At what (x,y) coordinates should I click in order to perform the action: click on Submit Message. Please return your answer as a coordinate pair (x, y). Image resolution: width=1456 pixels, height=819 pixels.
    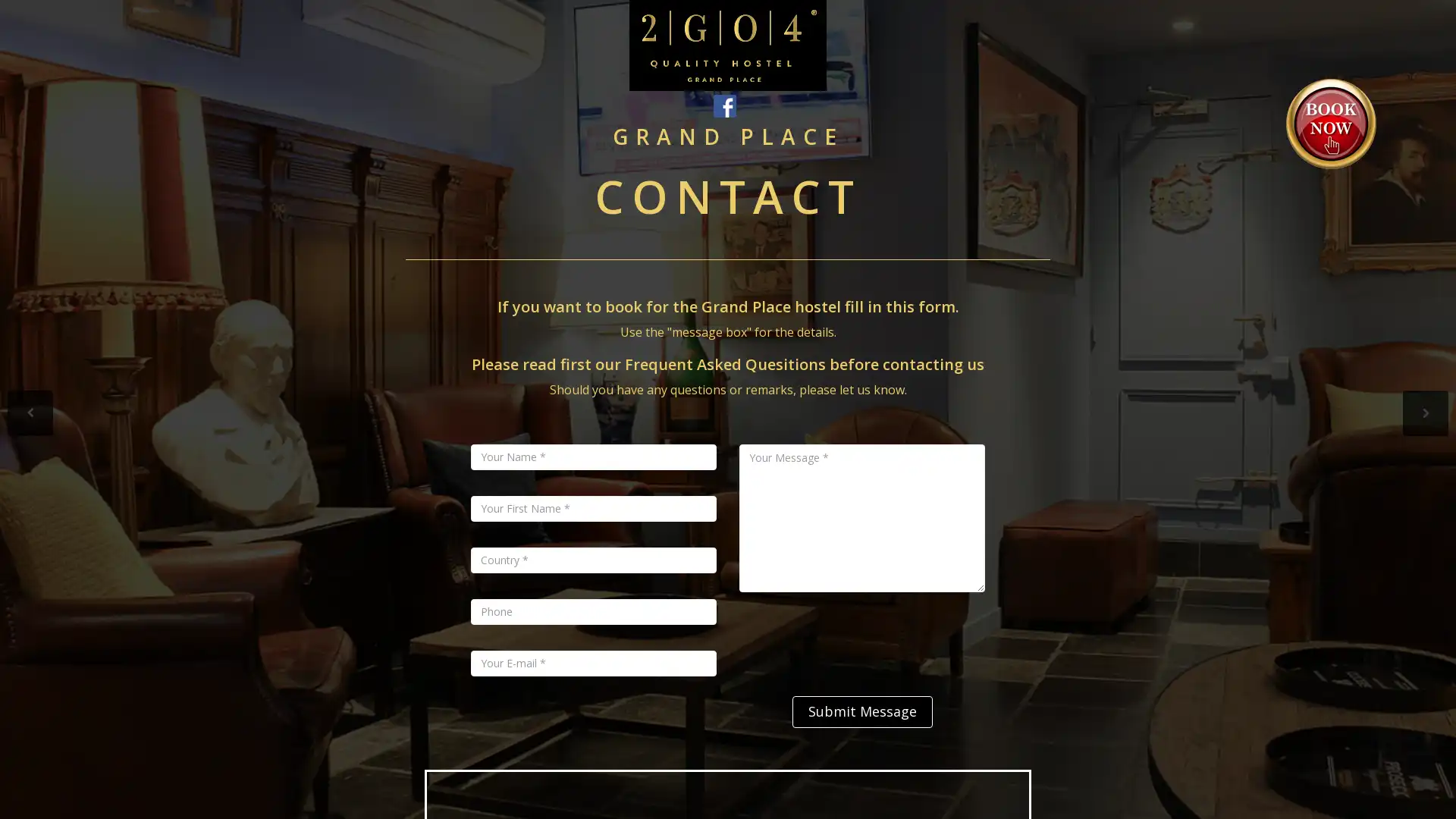
    Looking at the image, I should click on (861, 711).